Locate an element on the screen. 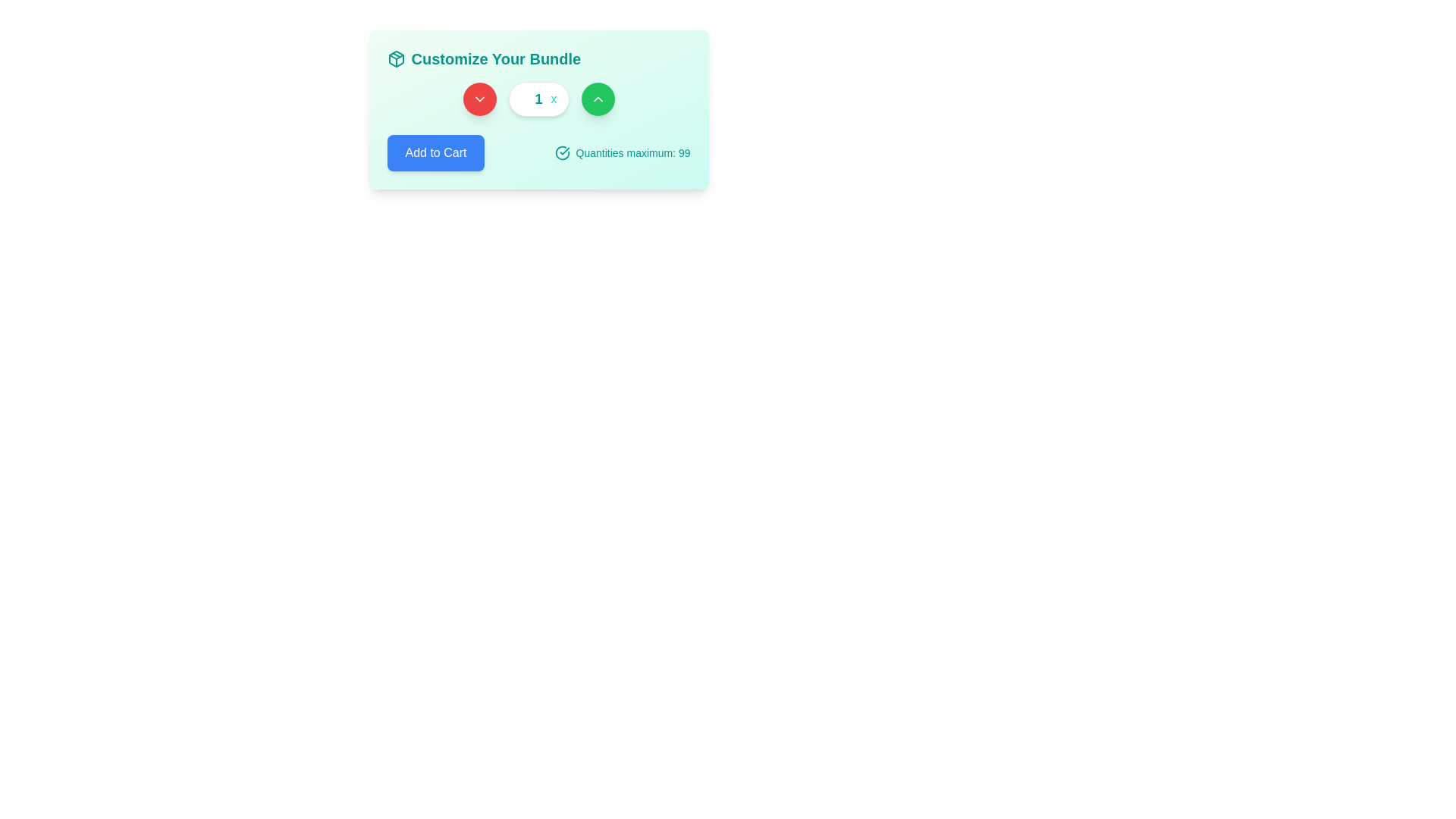  the blue rectangular button labeled 'Add to Cart' to possibly reveal additional details or a tooltip is located at coordinates (435, 152).